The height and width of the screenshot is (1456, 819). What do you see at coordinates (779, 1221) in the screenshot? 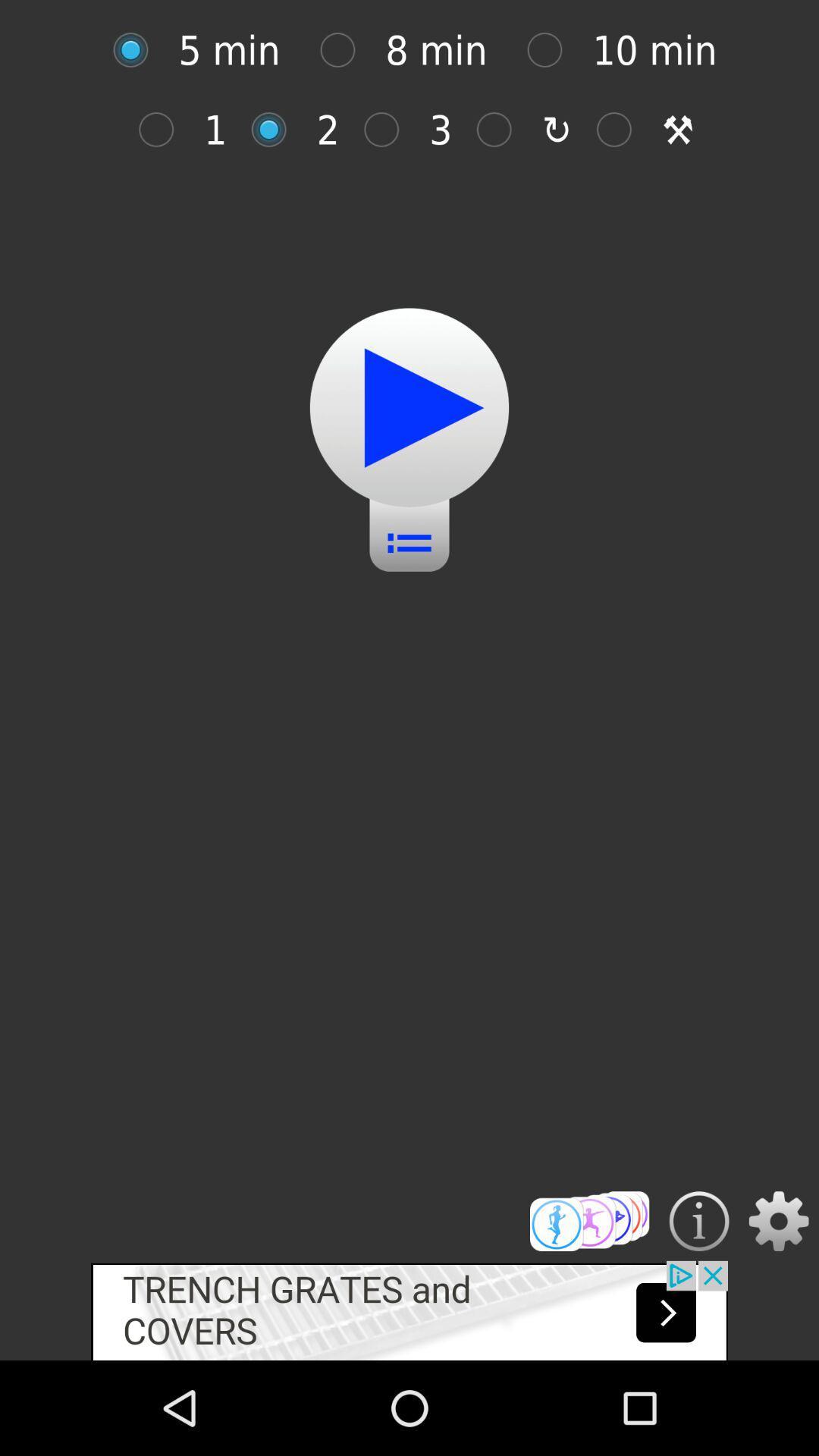
I see `open settings` at bounding box center [779, 1221].